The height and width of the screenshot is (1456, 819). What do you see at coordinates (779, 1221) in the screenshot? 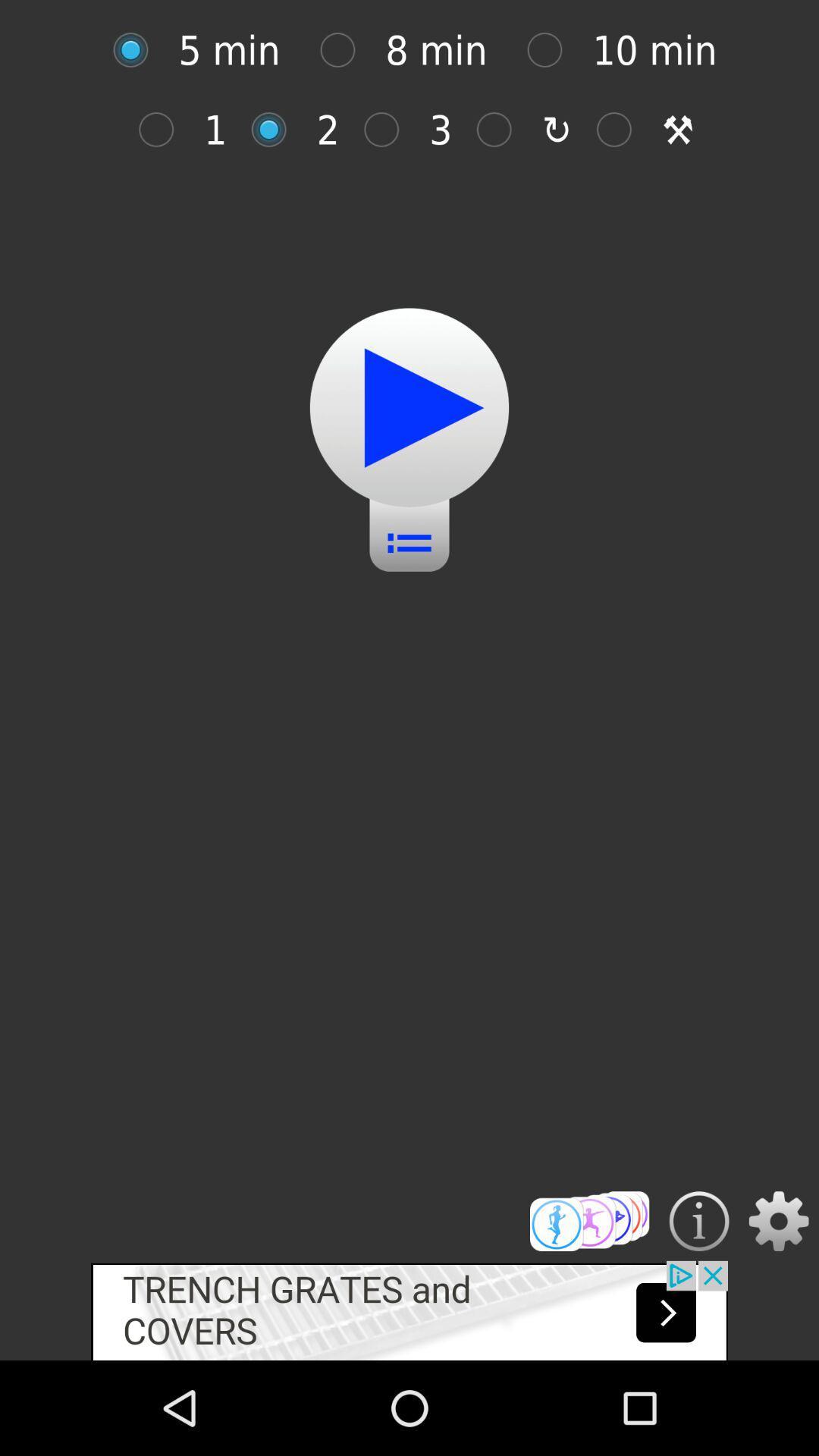
I see `open settings` at bounding box center [779, 1221].